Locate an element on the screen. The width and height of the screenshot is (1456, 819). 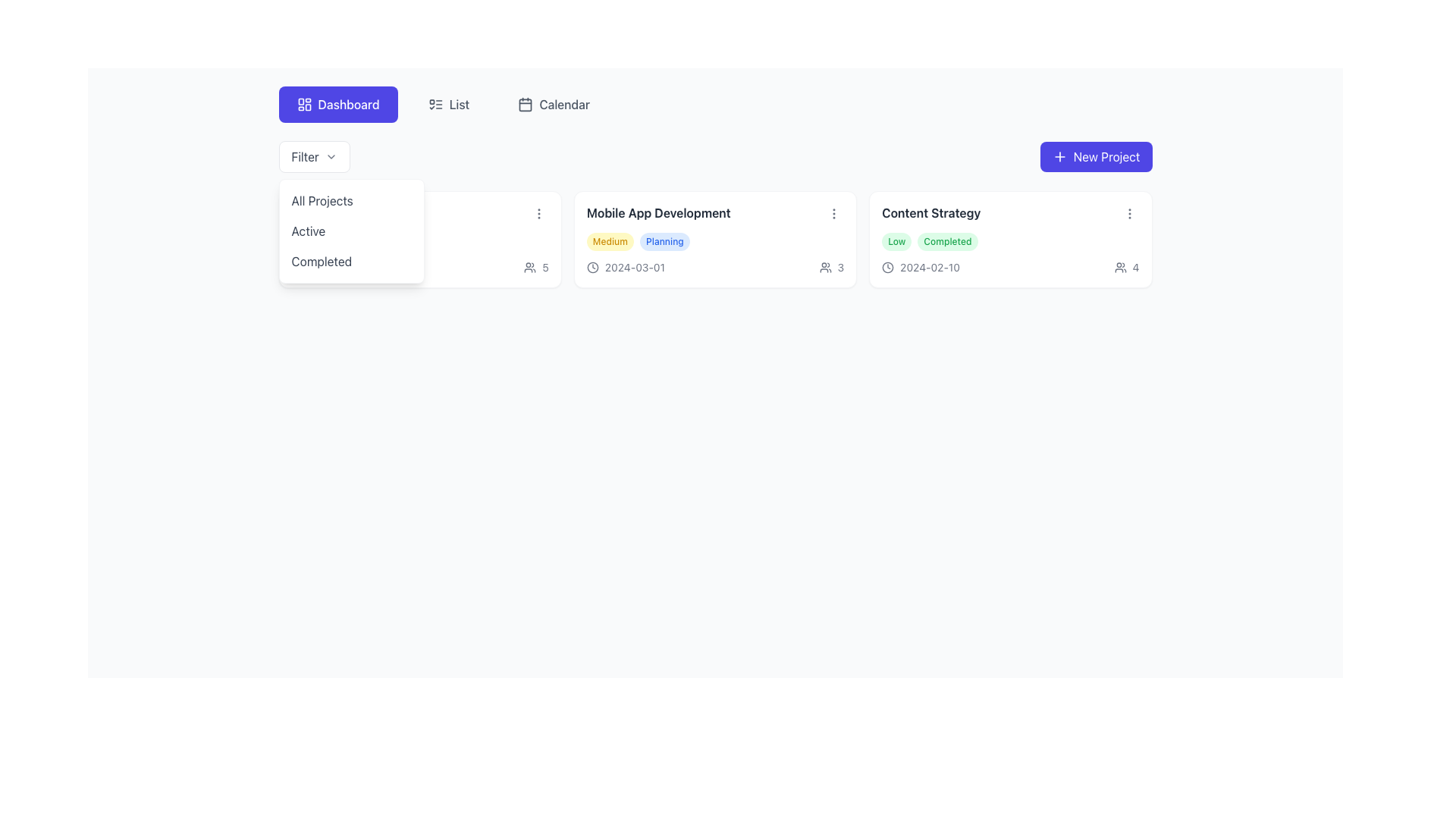
text content of the bold text element displaying the number '5', located in the bottom row of a card layout to the far right, adjacent to an icon representing a group of people is located at coordinates (545, 267).